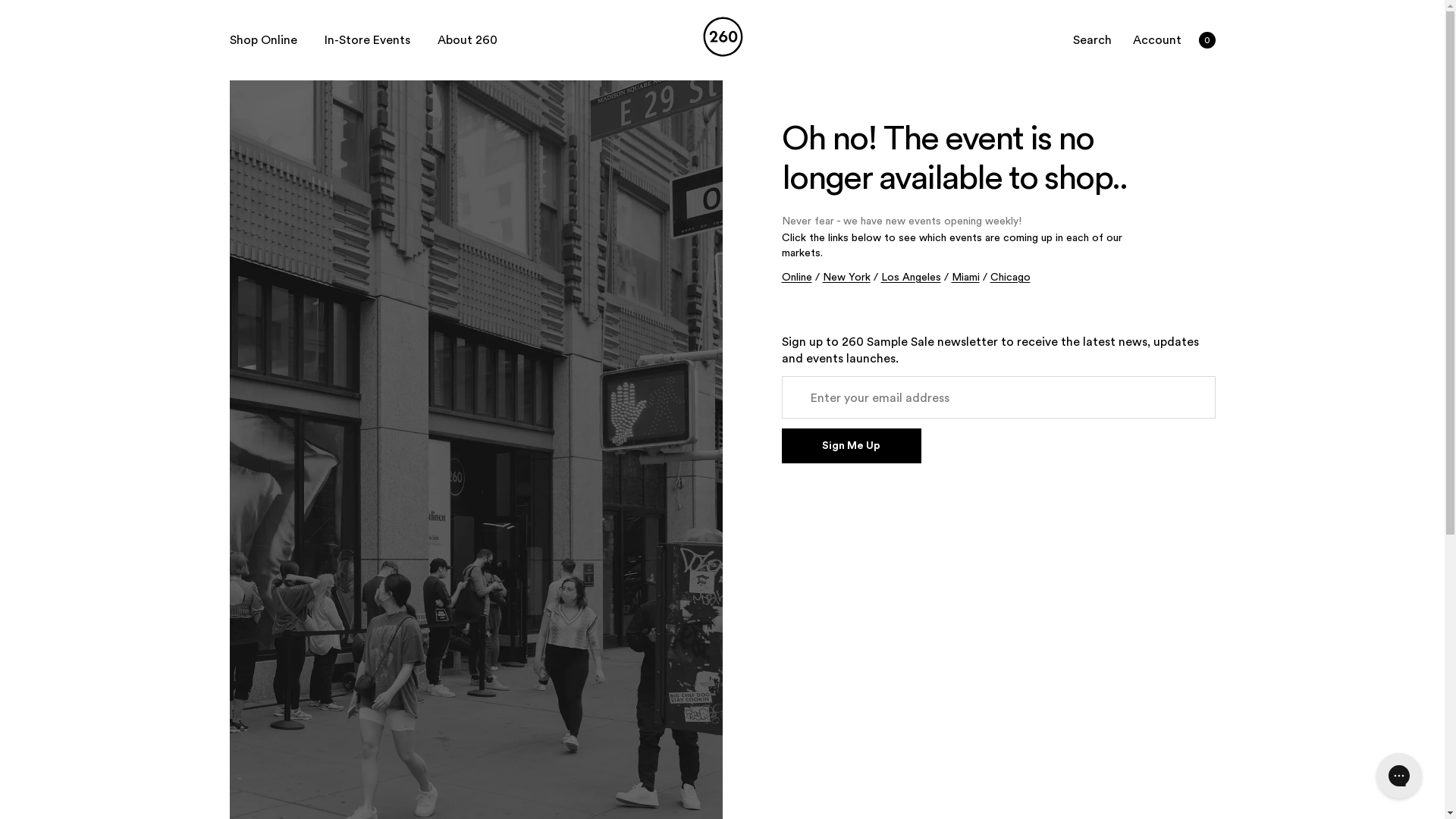 This screenshot has width=1456, height=819. What do you see at coordinates (152, 17) in the screenshot?
I see `'Ready to Checkout'` at bounding box center [152, 17].